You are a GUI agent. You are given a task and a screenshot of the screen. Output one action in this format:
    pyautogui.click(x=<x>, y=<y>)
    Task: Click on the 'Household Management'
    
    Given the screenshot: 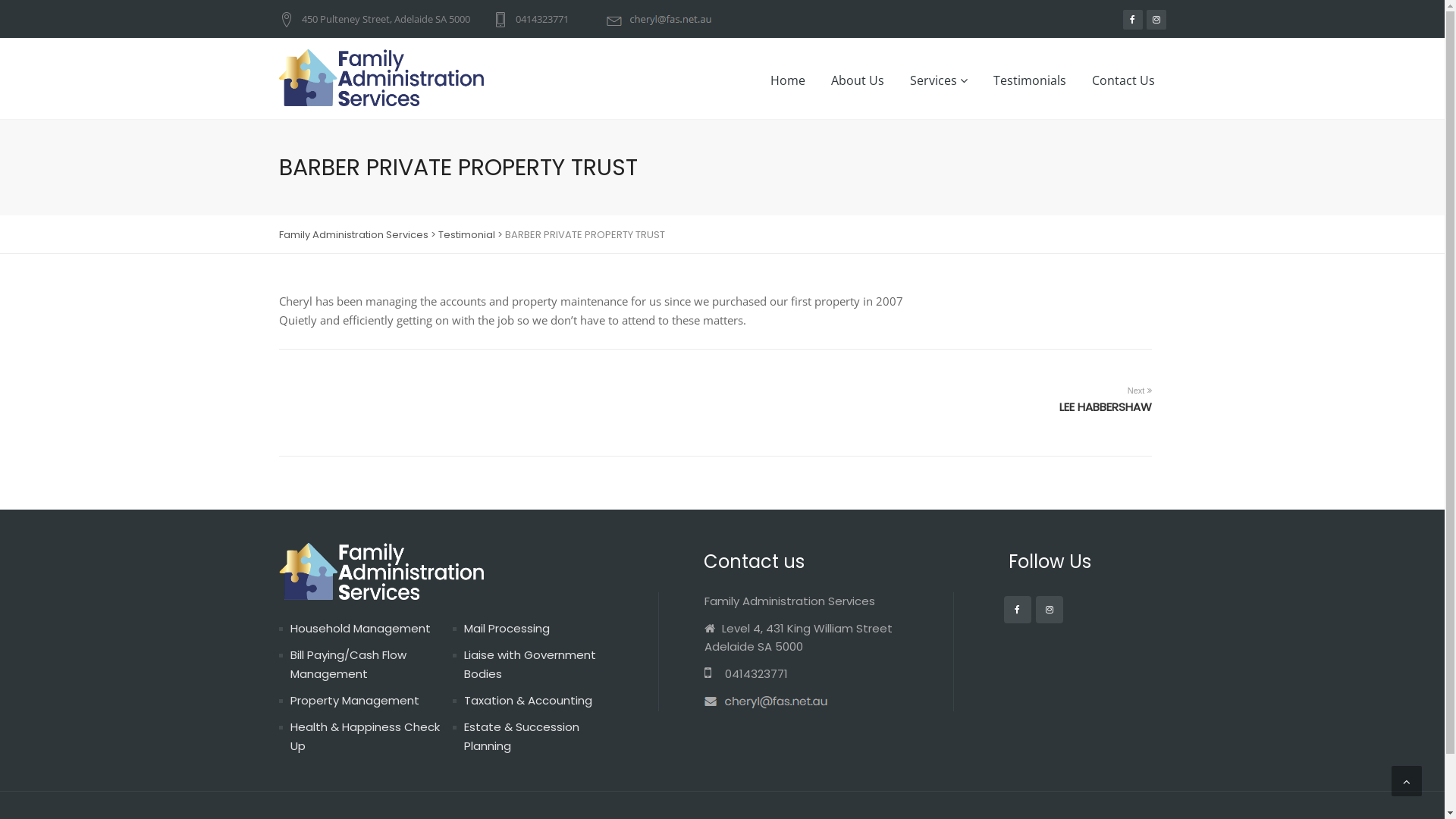 What is the action you would take?
    pyautogui.click(x=359, y=628)
    